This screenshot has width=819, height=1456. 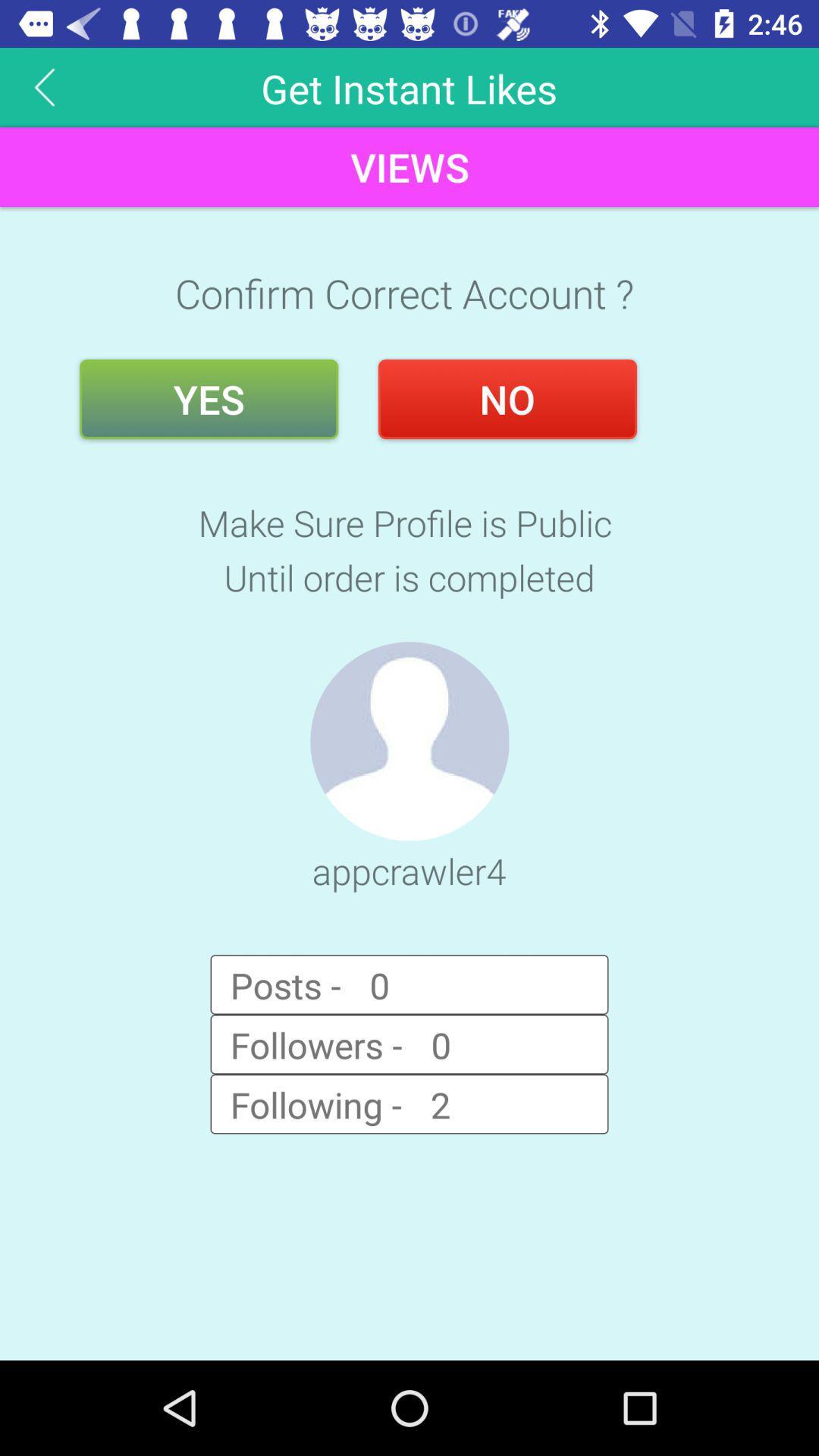 What do you see at coordinates (409, 167) in the screenshot?
I see `the views` at bounding box center [409, 167].